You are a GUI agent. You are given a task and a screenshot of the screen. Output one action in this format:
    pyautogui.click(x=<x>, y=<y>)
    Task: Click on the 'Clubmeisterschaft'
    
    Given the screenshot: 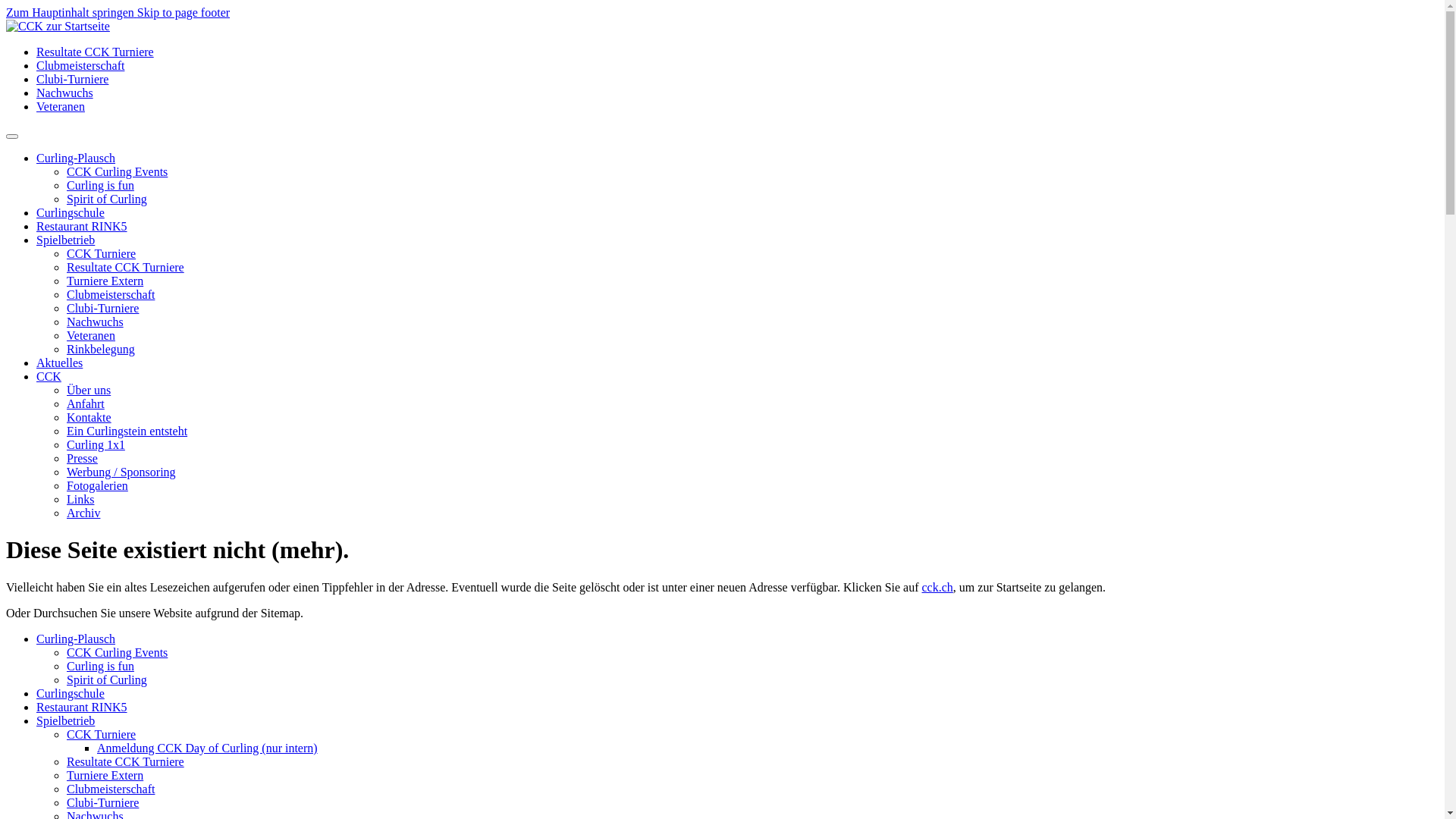 What is the action you would take?
    pyautogui.click(x=109, y=294)
    